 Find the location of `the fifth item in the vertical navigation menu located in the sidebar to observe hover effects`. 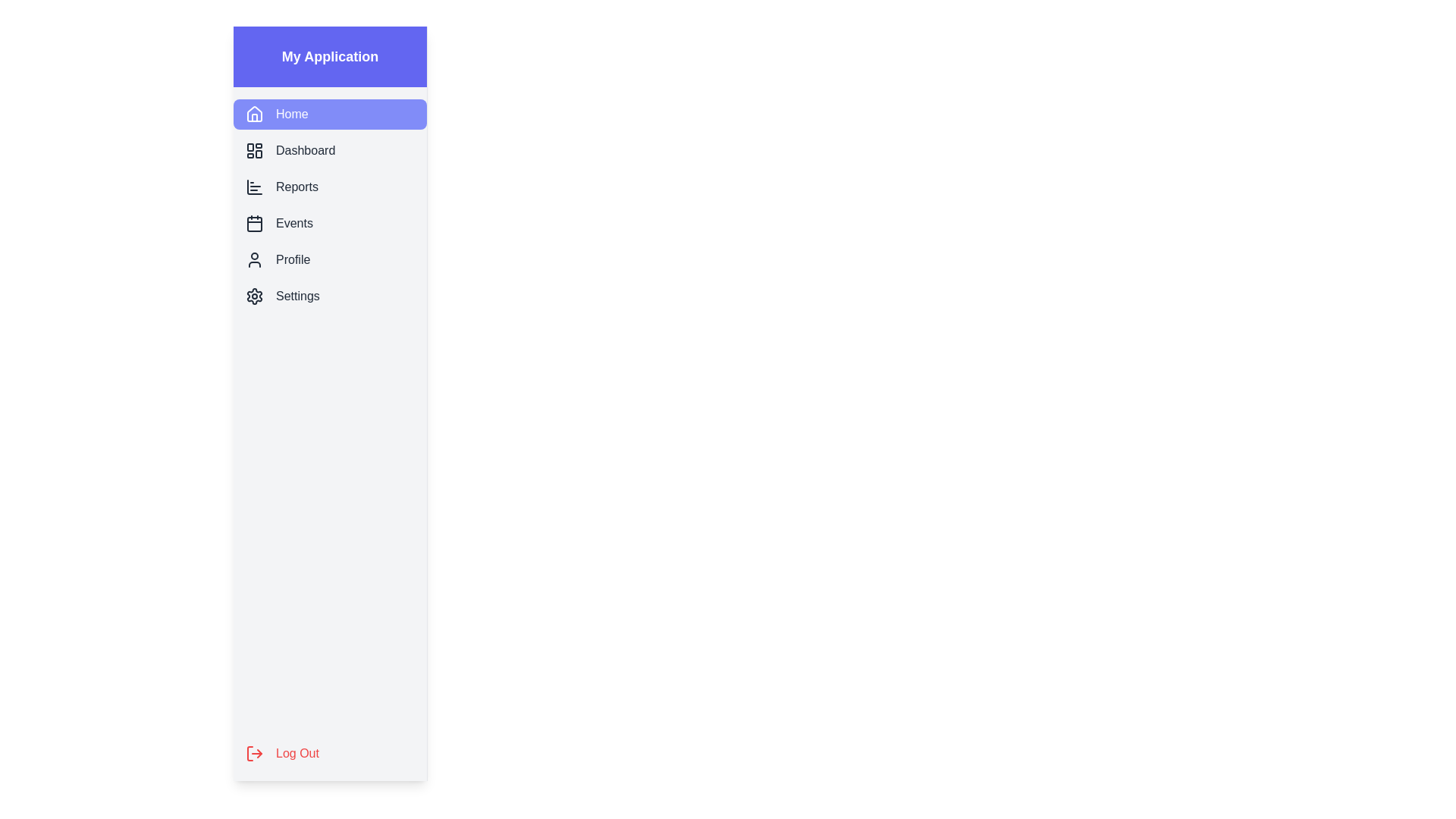

the fifth item in the vertical navigation menu located in the sidebar to observe hover effects is located at coordinates (329, 259).